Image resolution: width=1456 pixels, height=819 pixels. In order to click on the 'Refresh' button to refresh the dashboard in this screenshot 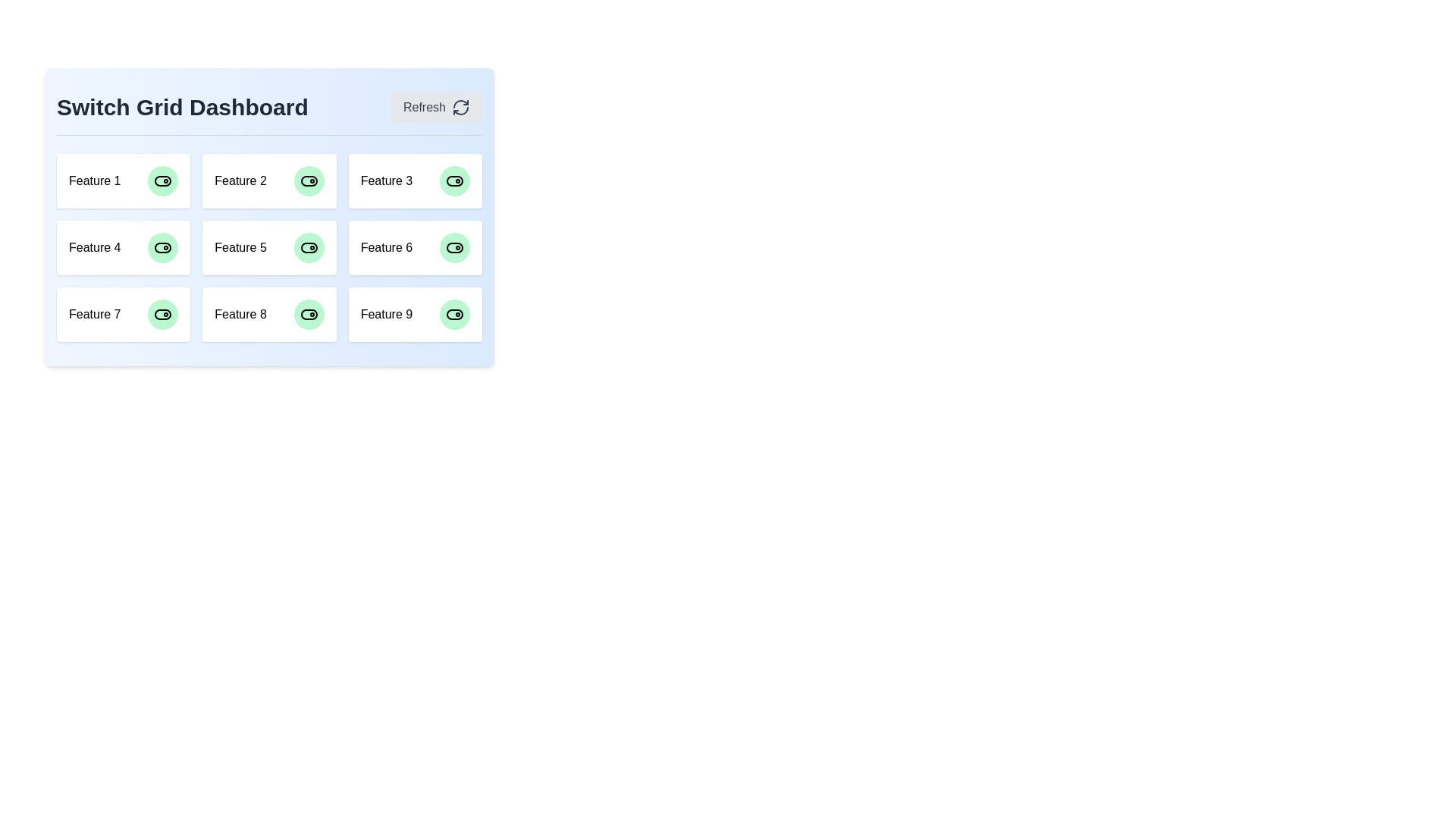, I will do `click(436, 107)`.